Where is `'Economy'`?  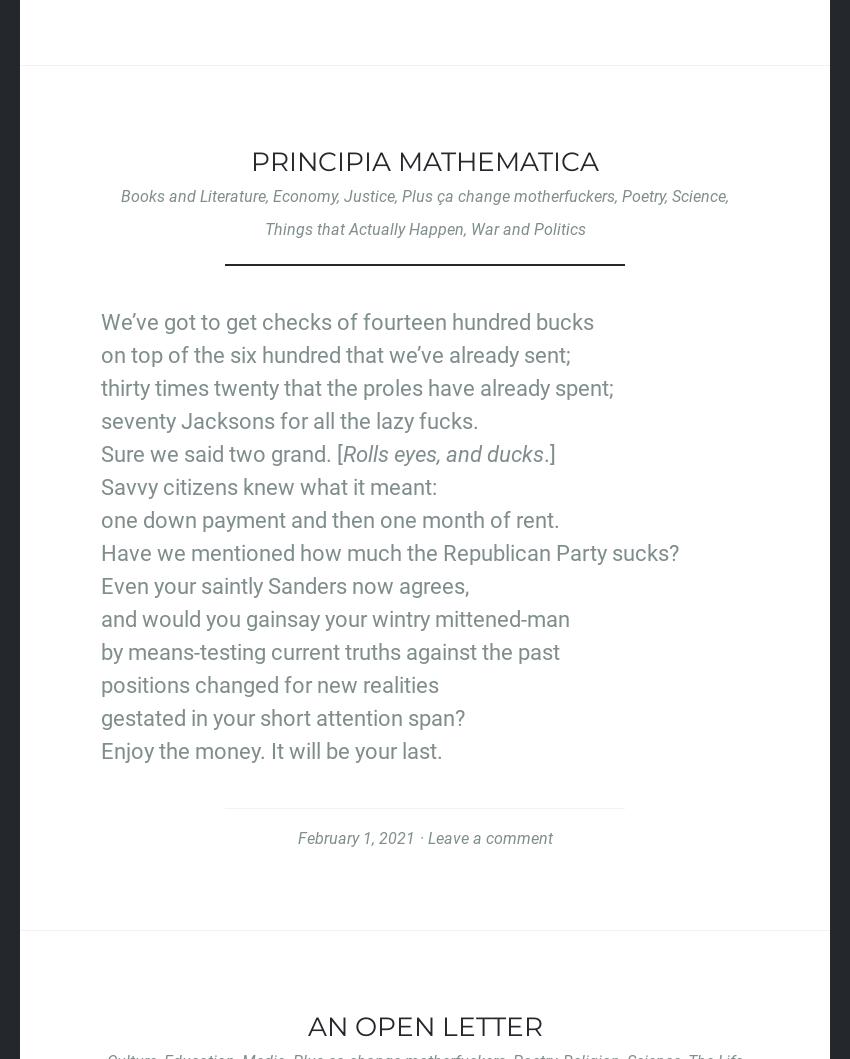
'Economy' is located at coordinates (304, 195).